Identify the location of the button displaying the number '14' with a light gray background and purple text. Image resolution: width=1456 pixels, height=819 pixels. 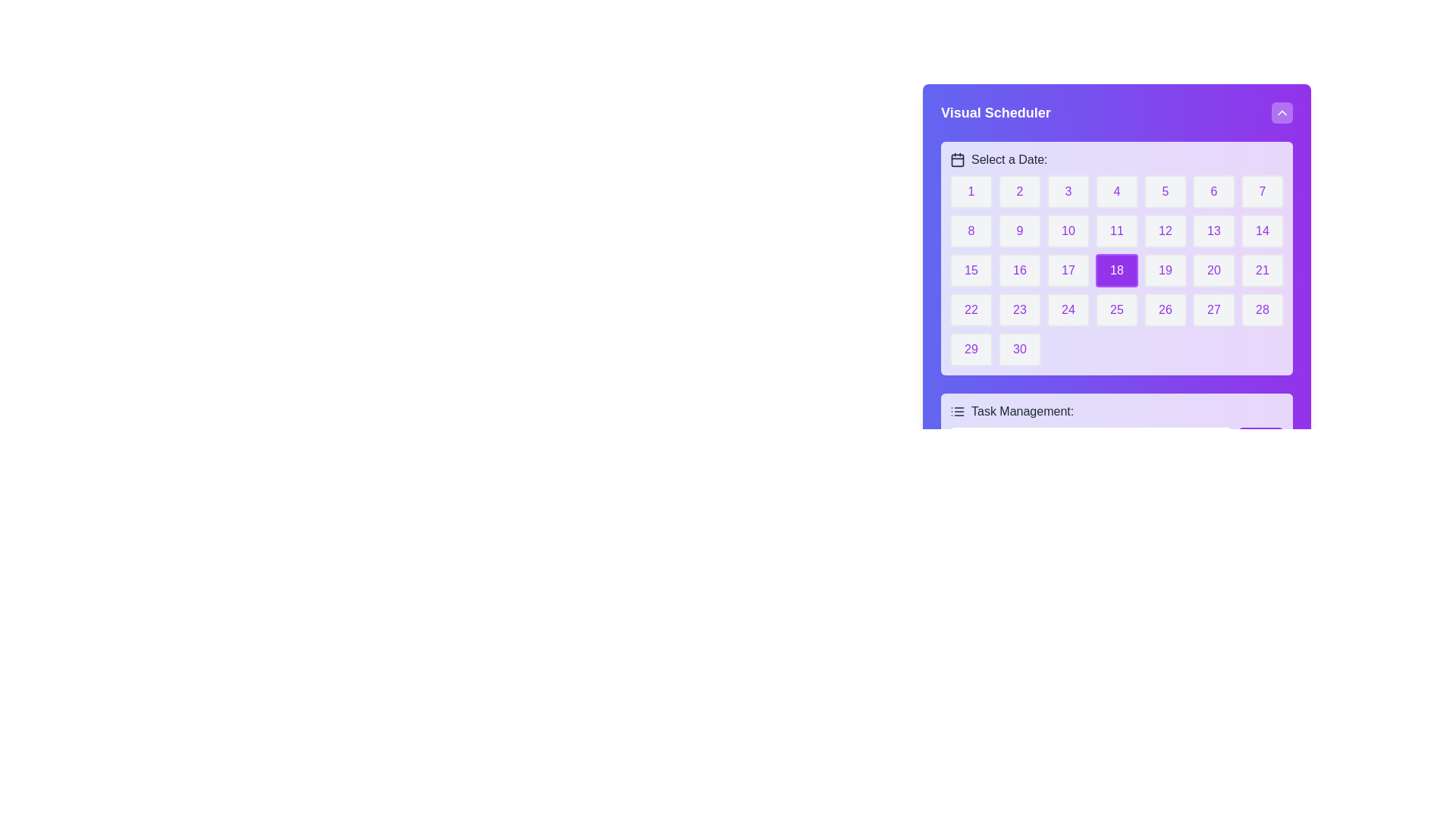
(1263, 231).